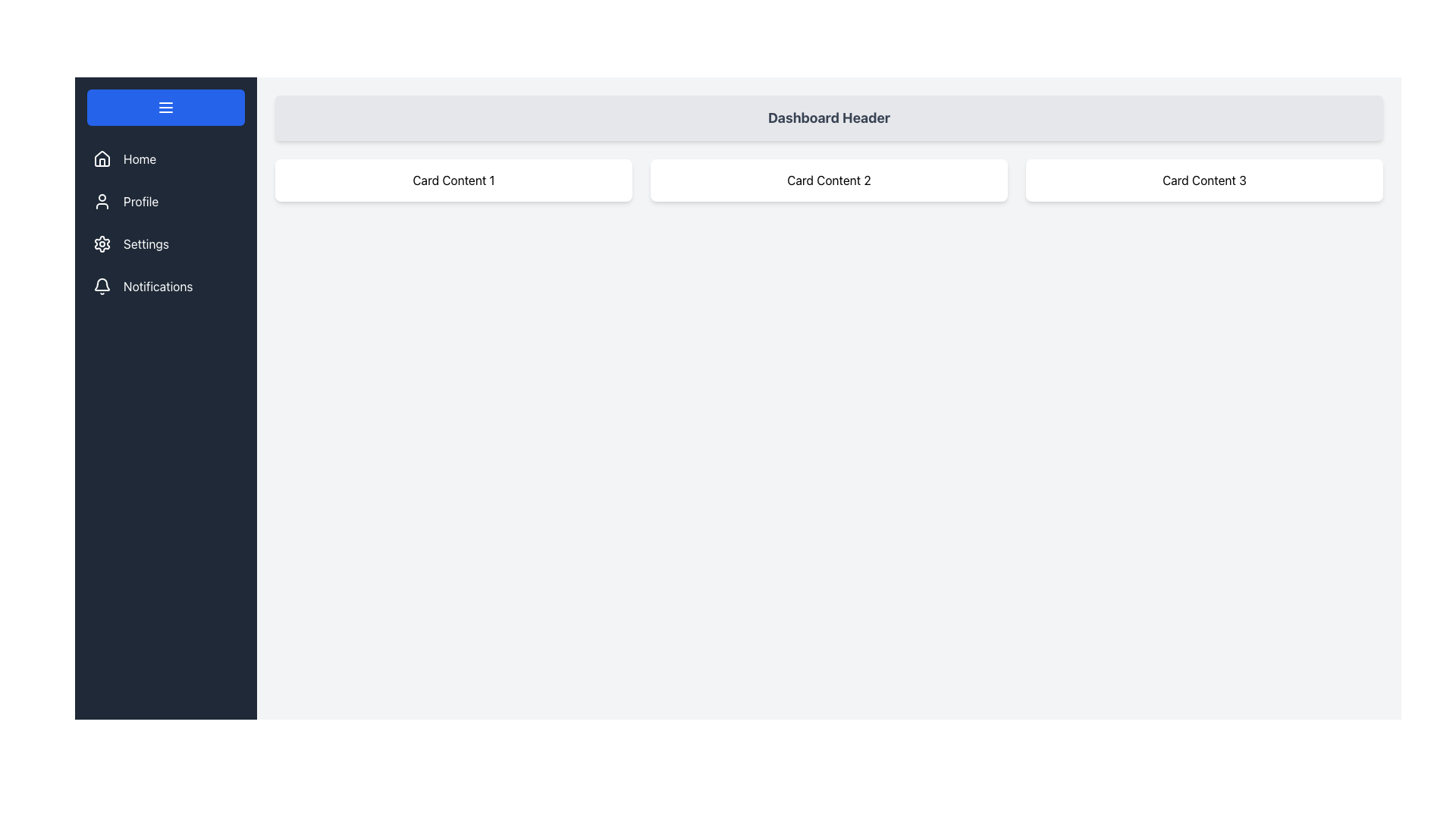 This screenshot has width=1456, height=819. What do you see at coordinates (166, 287) in the screenshot?
I see `the 'Notifications' button which features a bell icon and white text on a dark blue background, located in the left side navigation column as the fourth item` at bounding box center [166, 287].